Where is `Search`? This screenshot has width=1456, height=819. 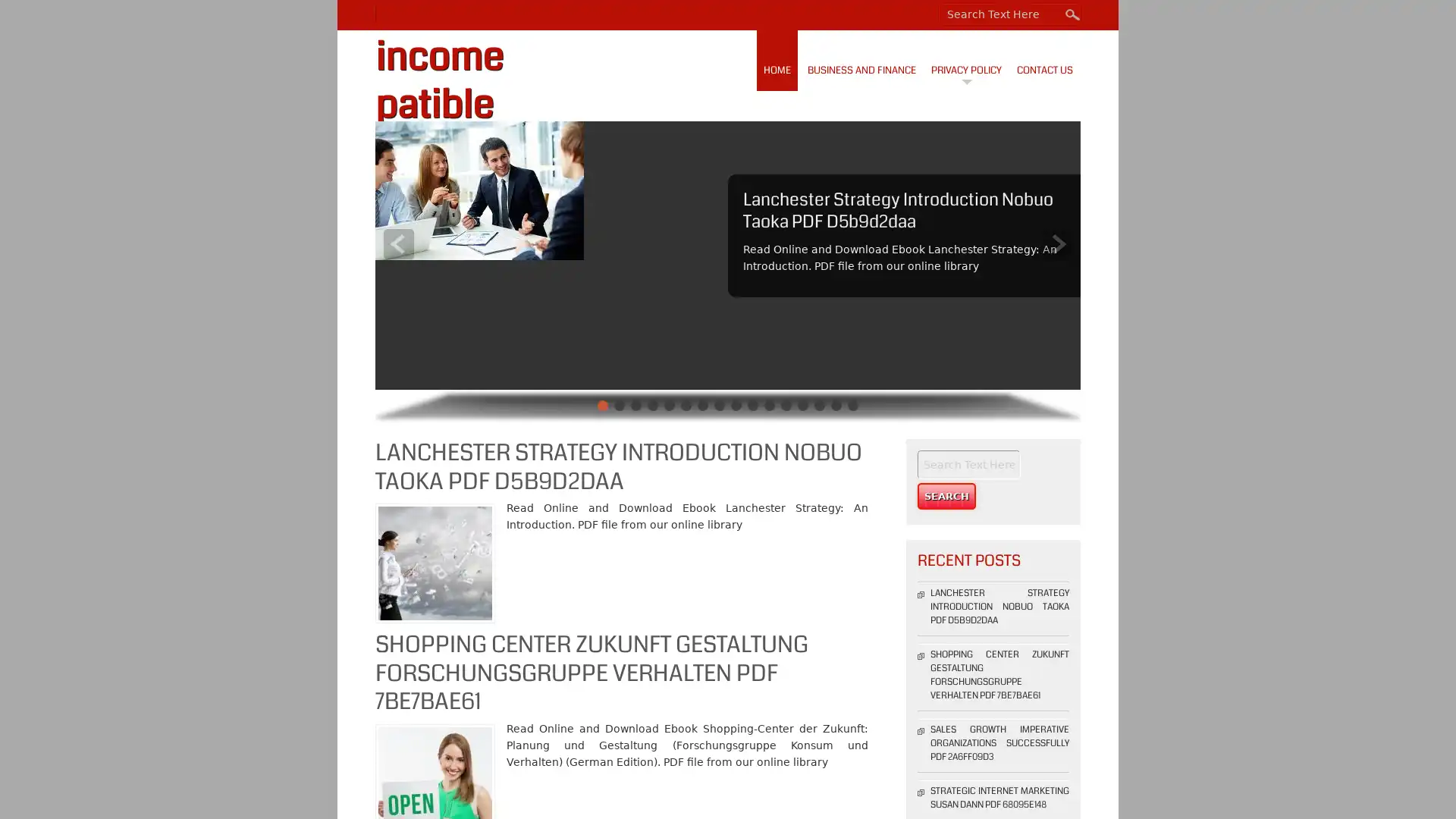 Search is located at coordinates (946, 496).